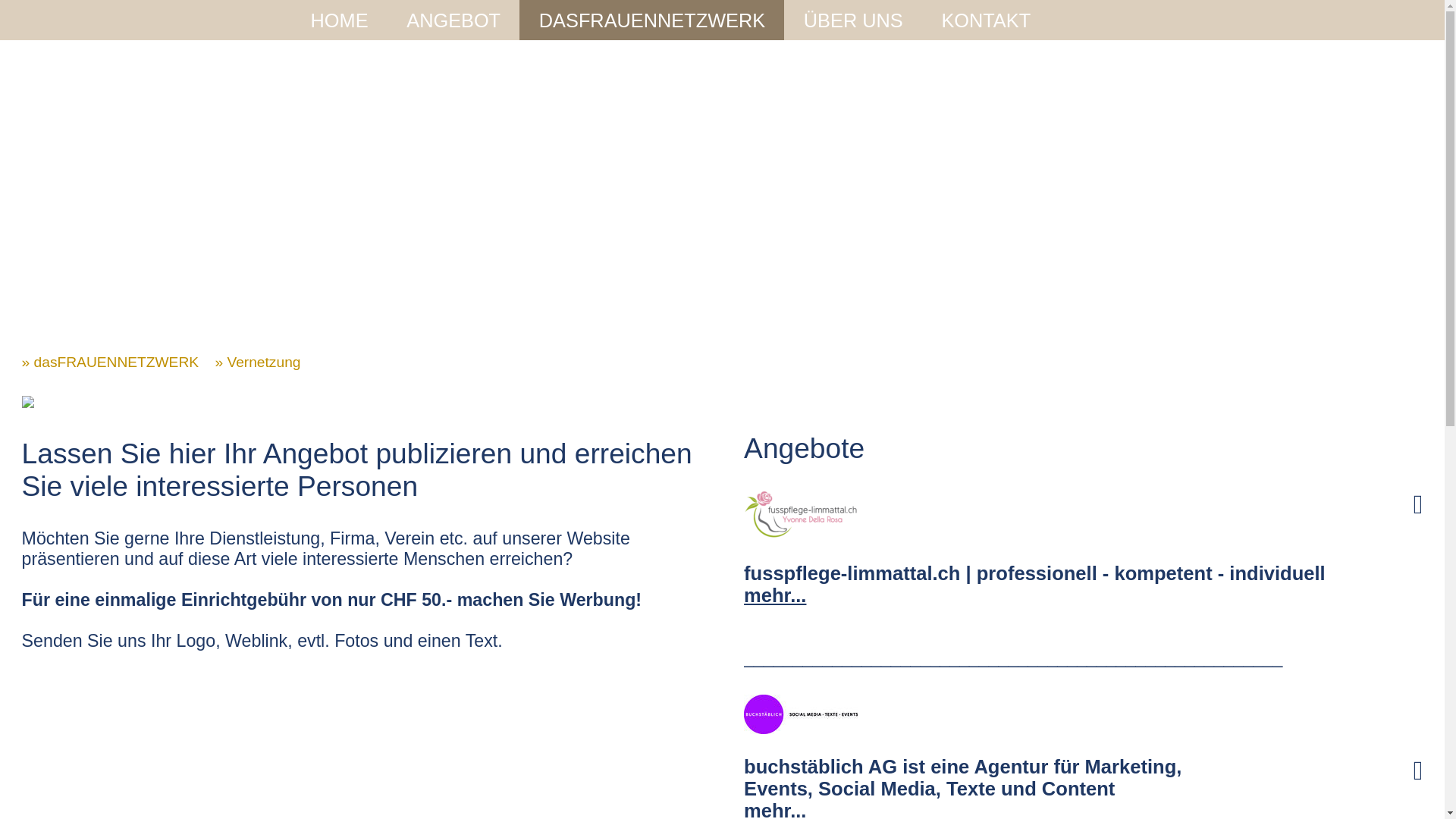 The height and width of the screenshot is (819, 1456). What do you see at coordinates (406, 20) in the screenshot?
I see `'ANGEBOT'` at bounding box center [406, 20].